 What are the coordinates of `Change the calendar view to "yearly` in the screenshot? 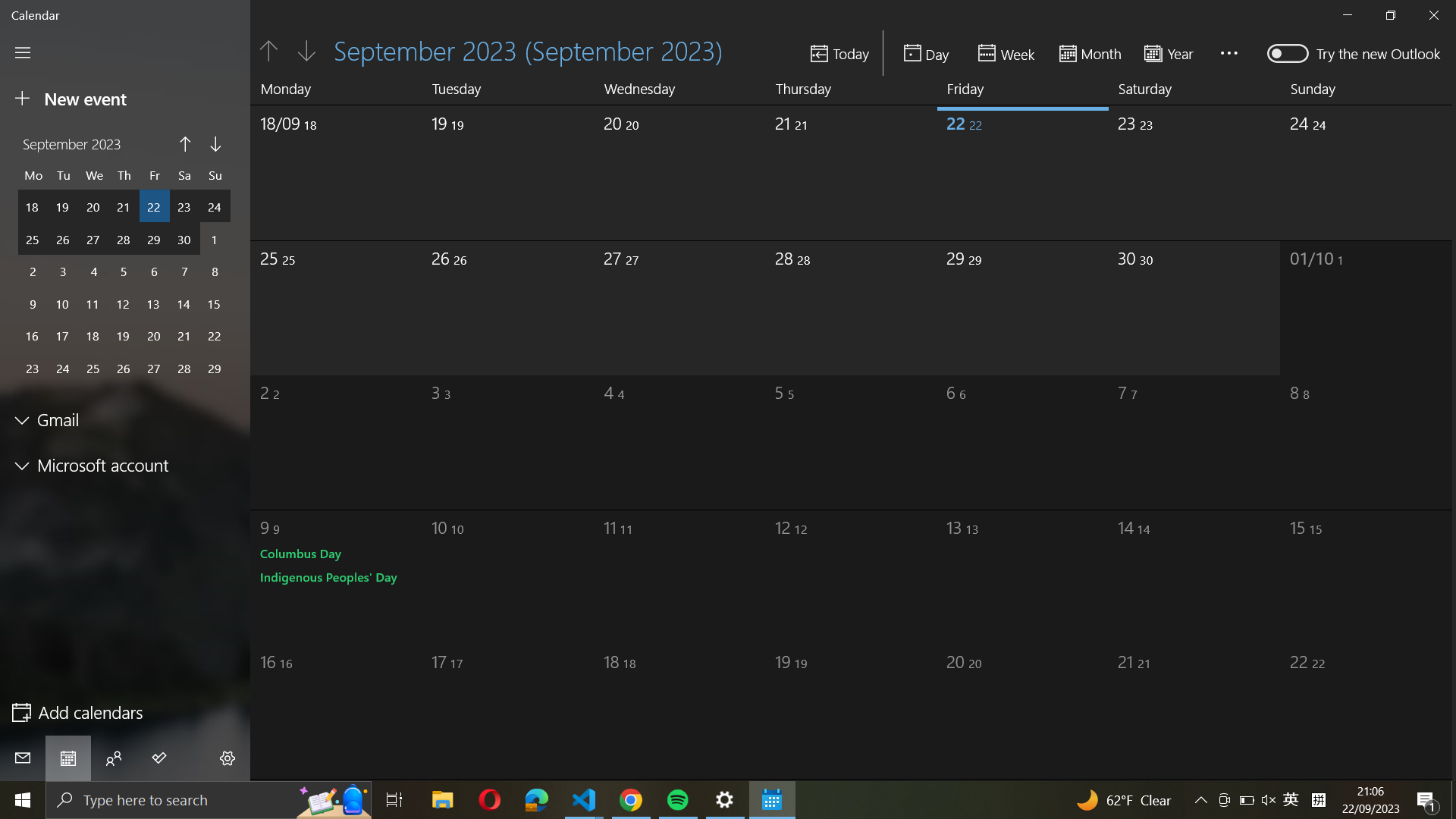 It's located at (1173, 52).